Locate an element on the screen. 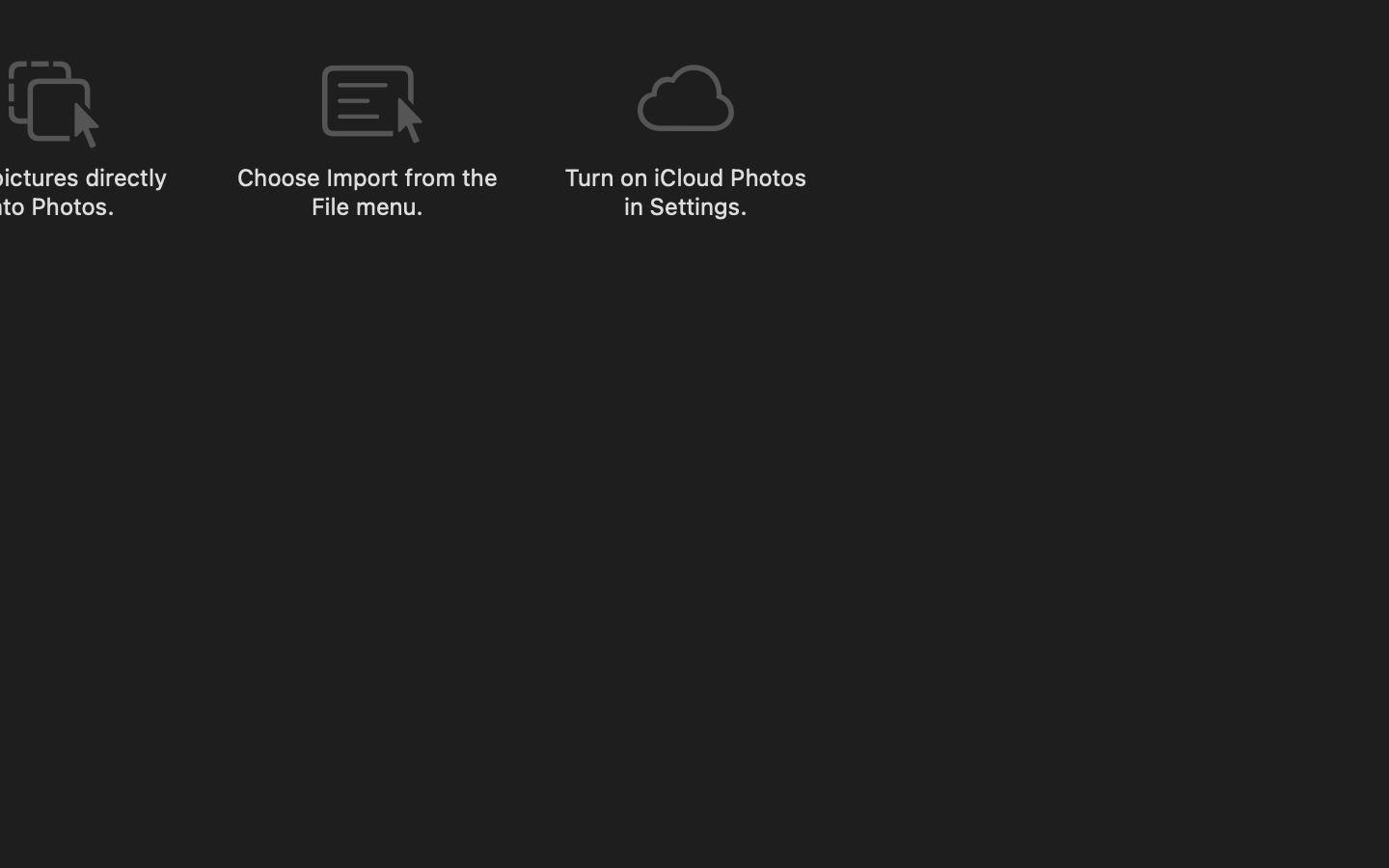  'Choose Import from the File menu.' is located at coordinates (366, 191).